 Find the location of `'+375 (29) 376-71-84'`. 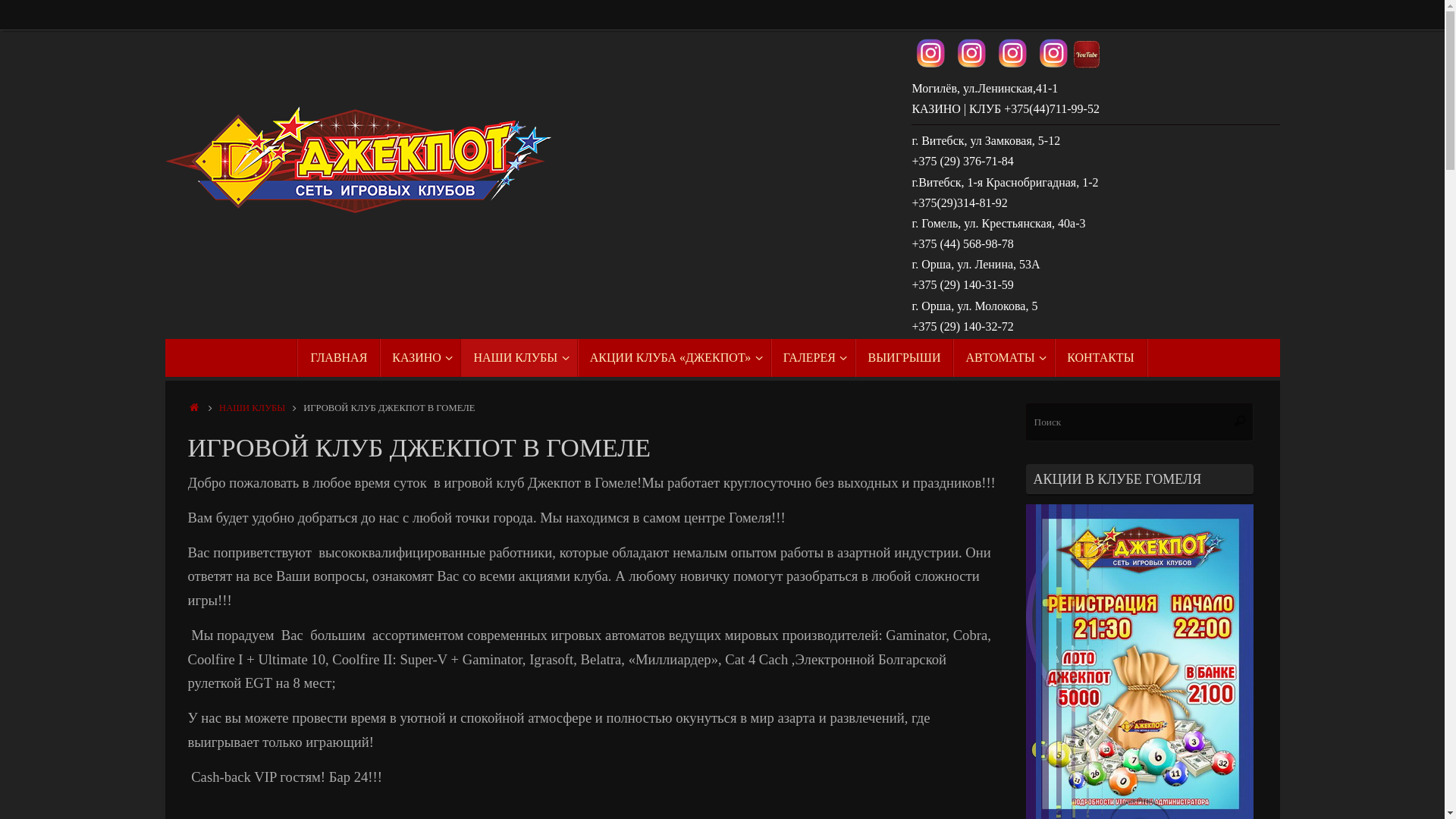

'+375 (29) 376-71-84' is located at coordinates (961, 162).